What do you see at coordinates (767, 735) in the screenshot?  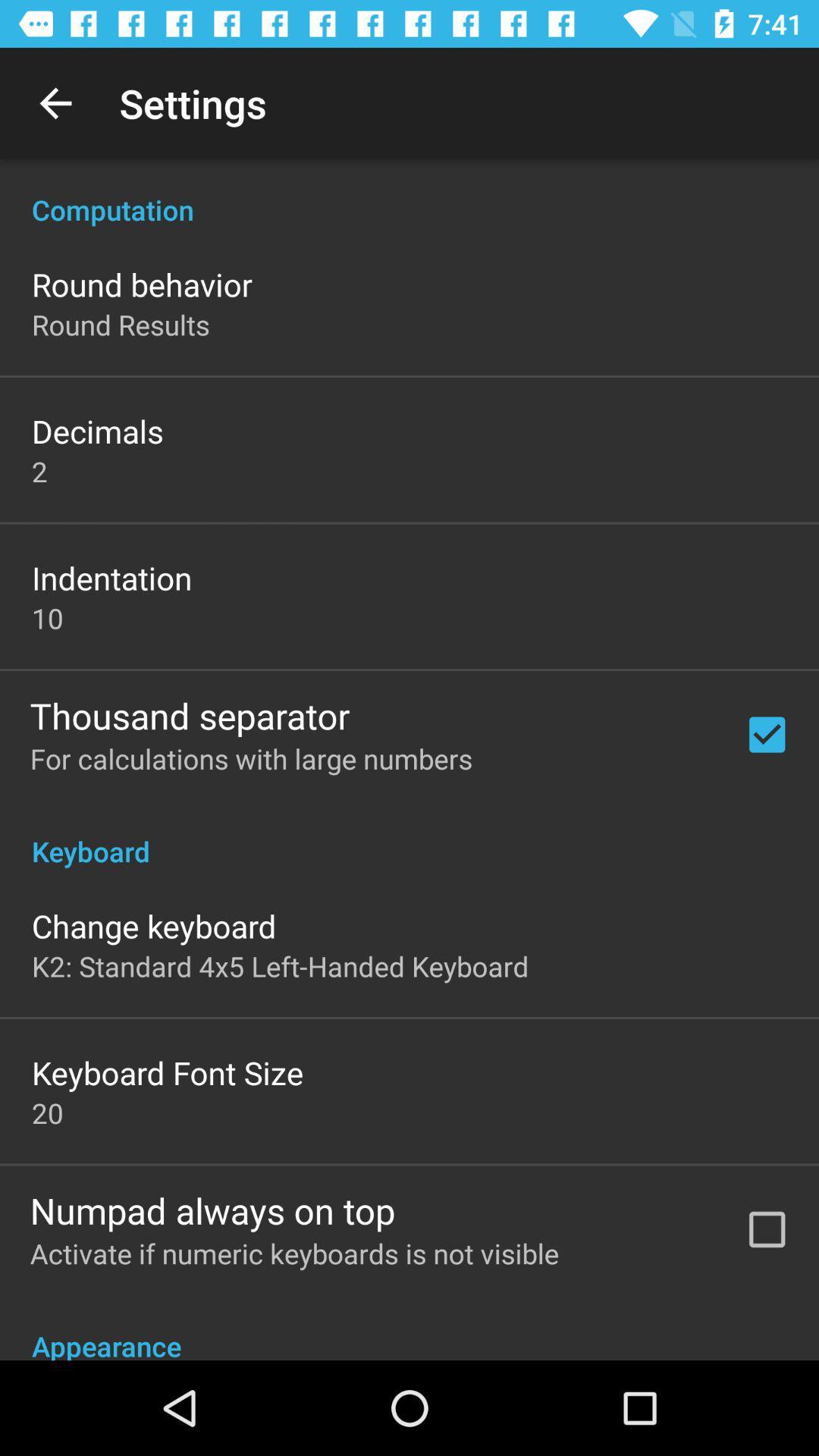 I see `the first check box` at bounding box center [767, 735].